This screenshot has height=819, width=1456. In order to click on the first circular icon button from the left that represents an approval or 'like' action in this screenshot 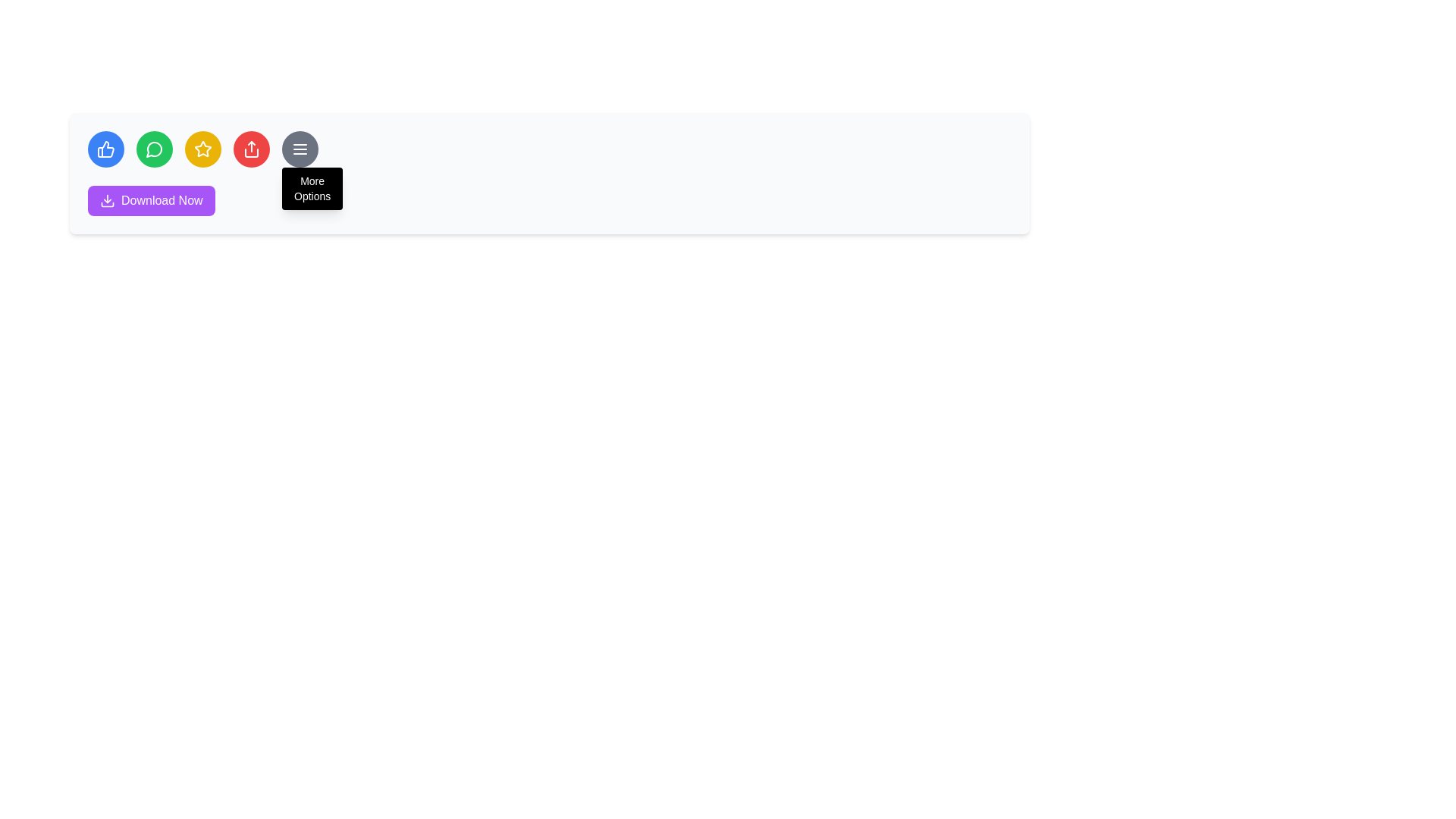, I will do `click(105, 149)`.